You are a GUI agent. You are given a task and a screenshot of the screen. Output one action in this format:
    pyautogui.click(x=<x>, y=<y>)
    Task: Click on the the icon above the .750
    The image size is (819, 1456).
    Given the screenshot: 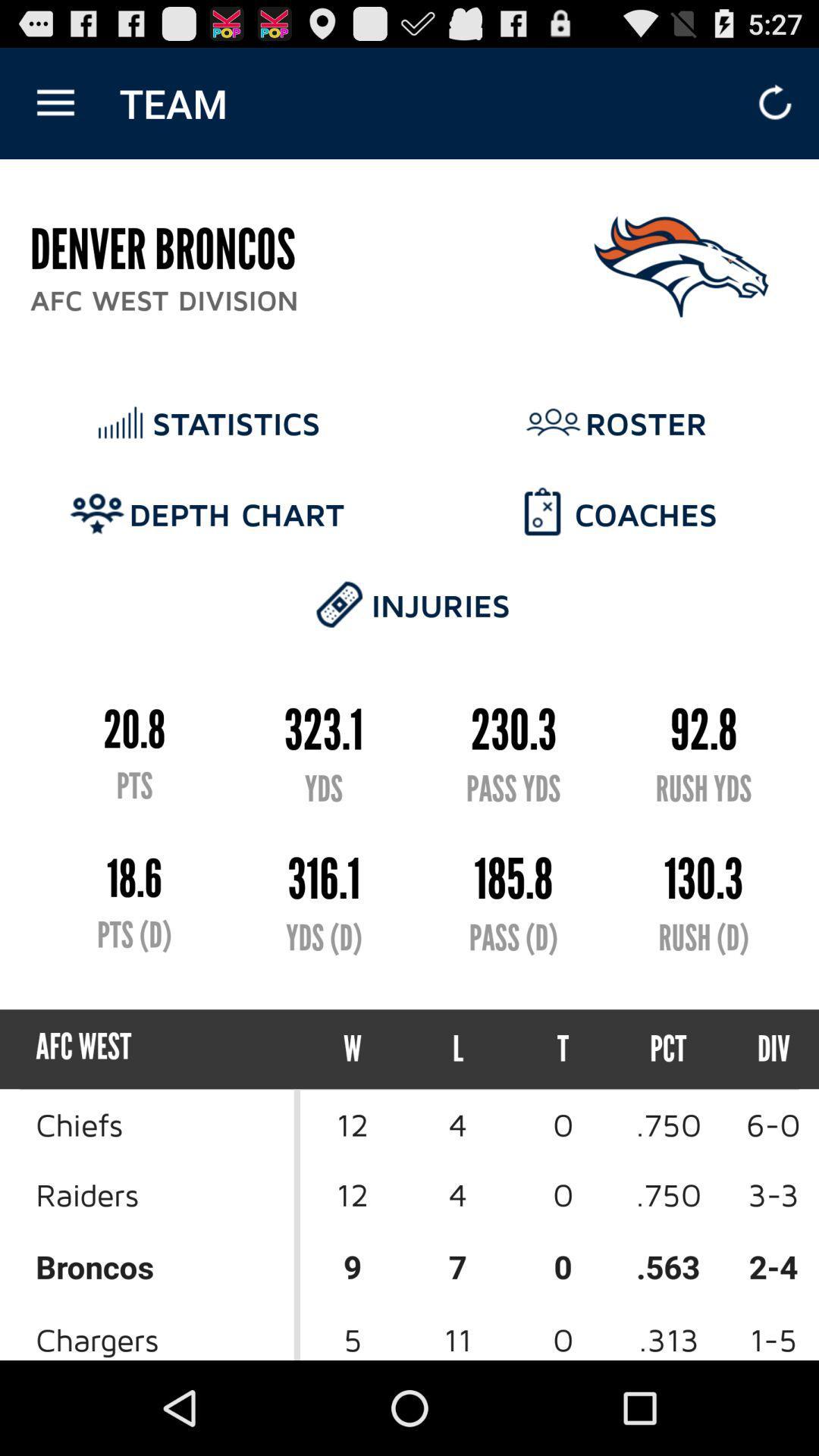 What is the action you would take?
    pyautogui.click(x=760, y=1048)
    